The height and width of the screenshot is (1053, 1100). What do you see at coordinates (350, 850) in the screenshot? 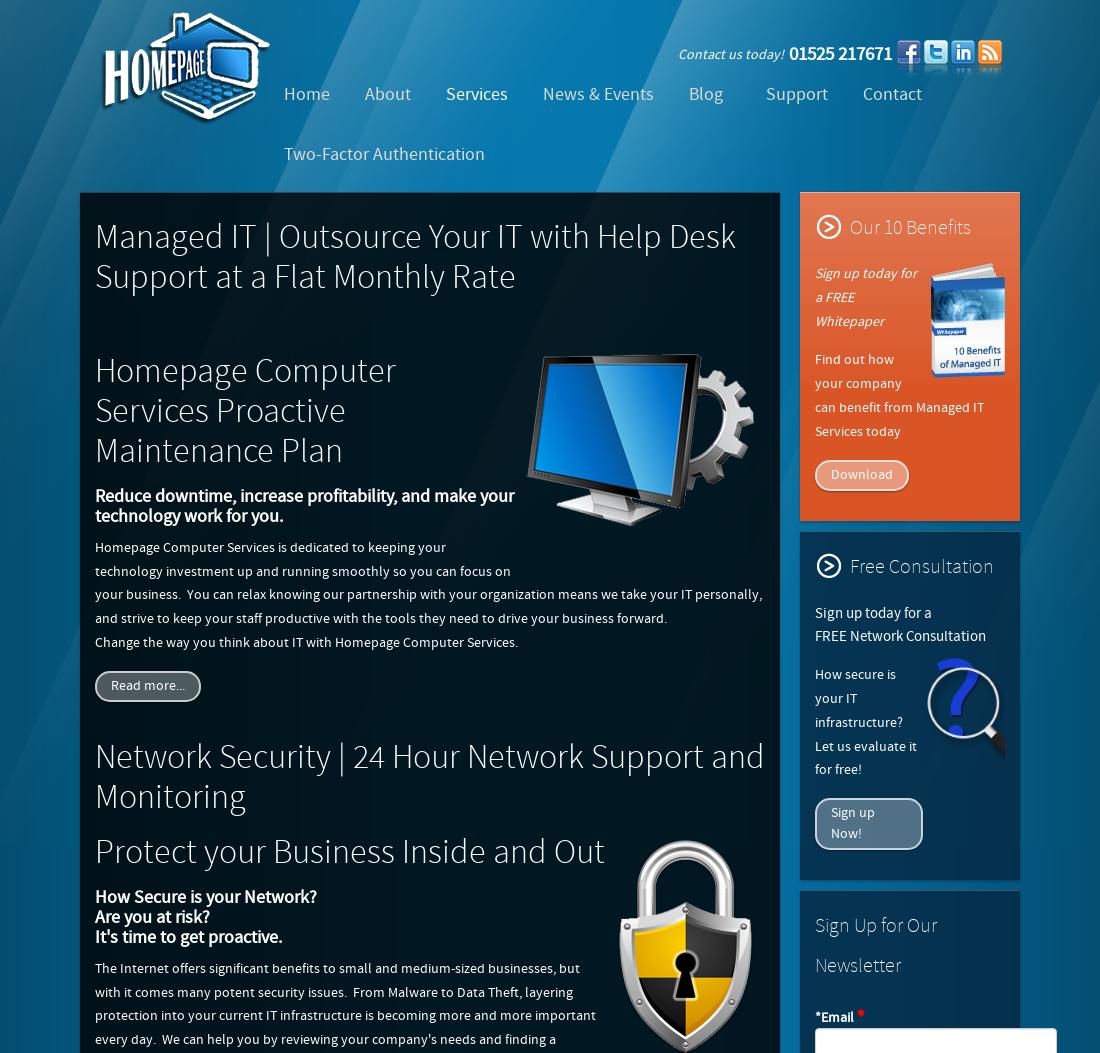
I see `'Protect your Business Inside and Out'` at bounding box center [350, 850].